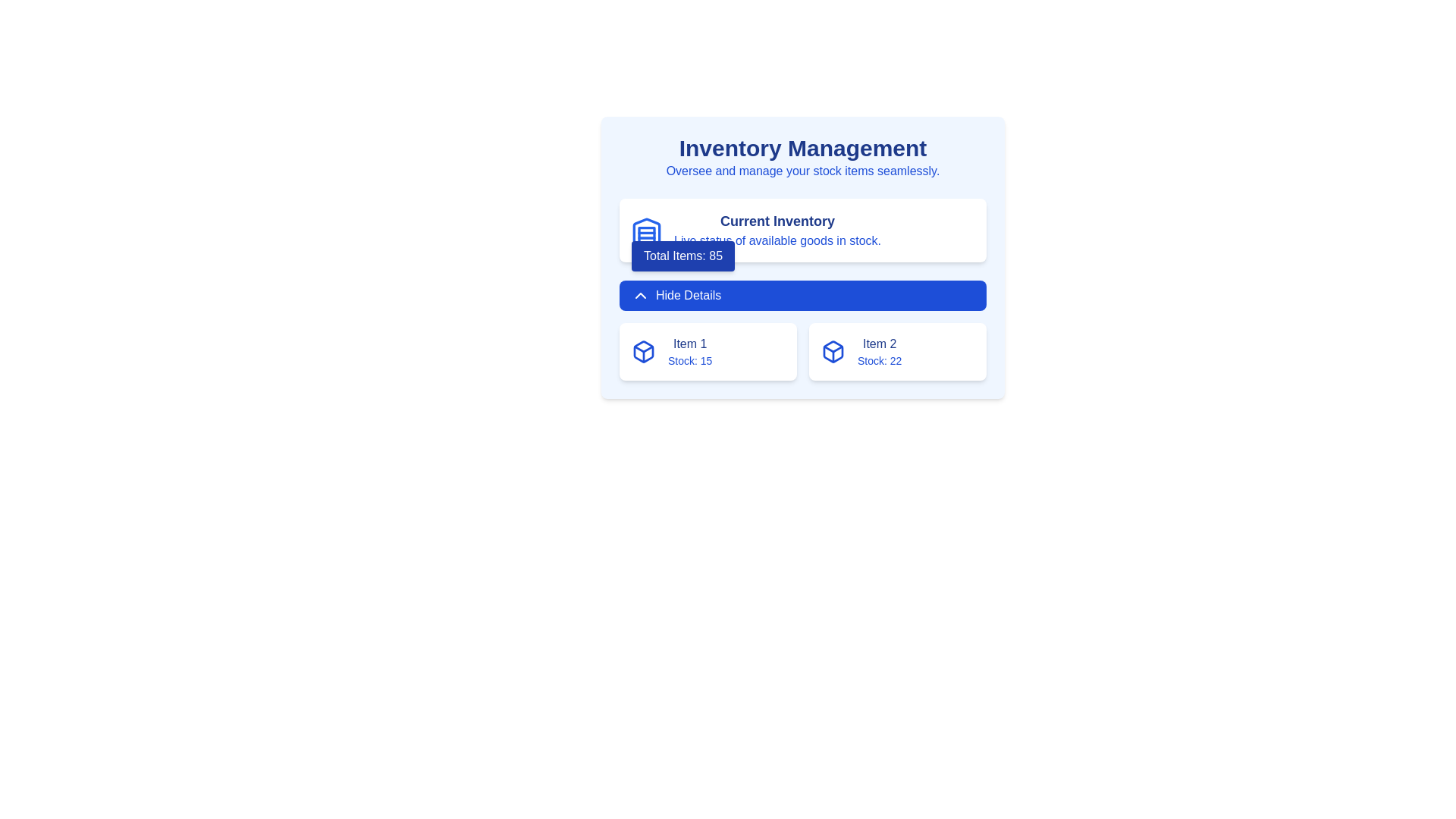 The height and width of the screenshot is (819, 1456). What do you see at coordinates (833, 351) in the screenshot?
I see `the inventory item icon representing 'Item 1' in the inventory management interface as a visual reference for its associated text and stock value` at bounding box center [833, 351].